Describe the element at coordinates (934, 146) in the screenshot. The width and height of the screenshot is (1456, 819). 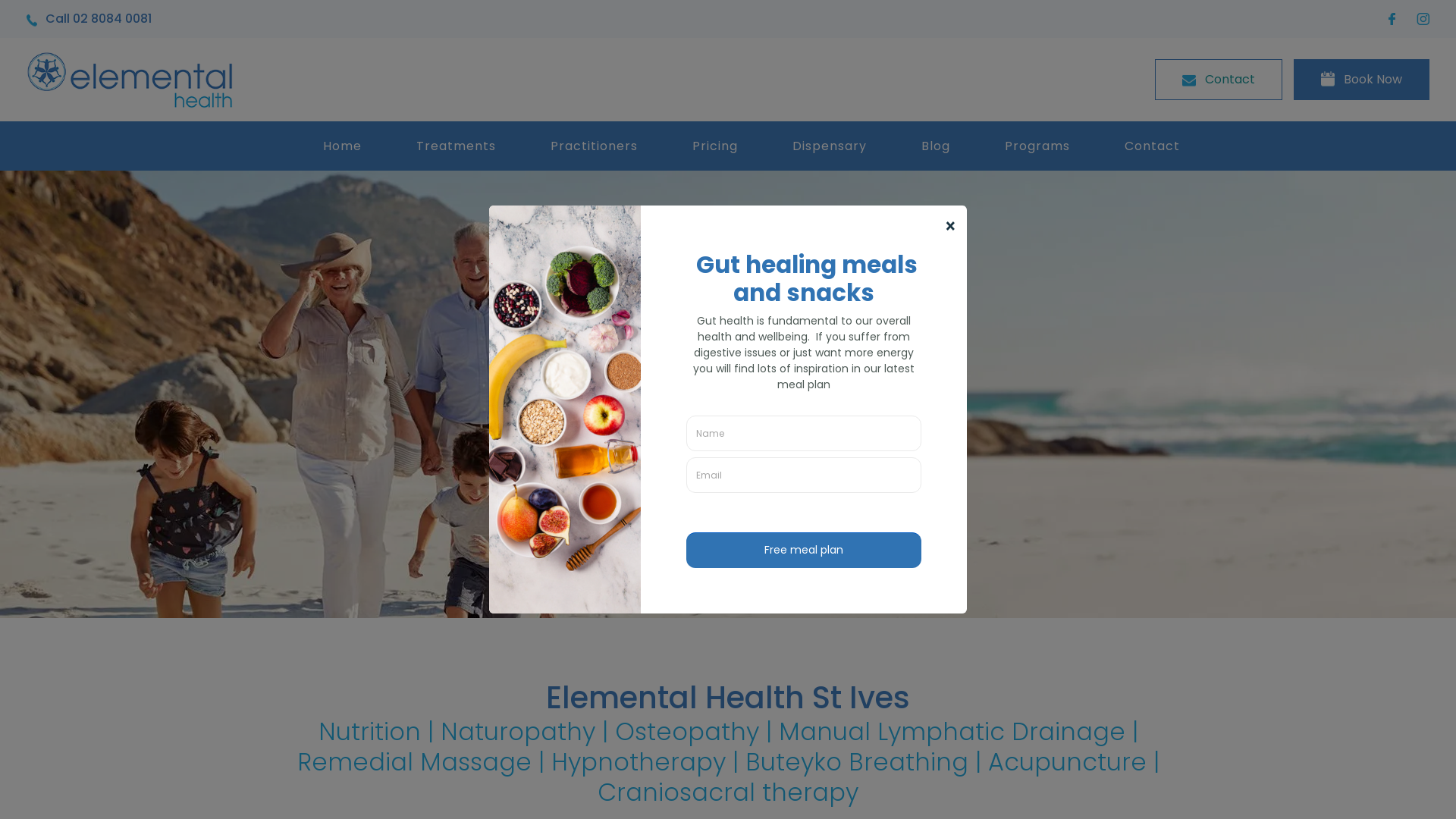
I see `'Blog'` at that location.